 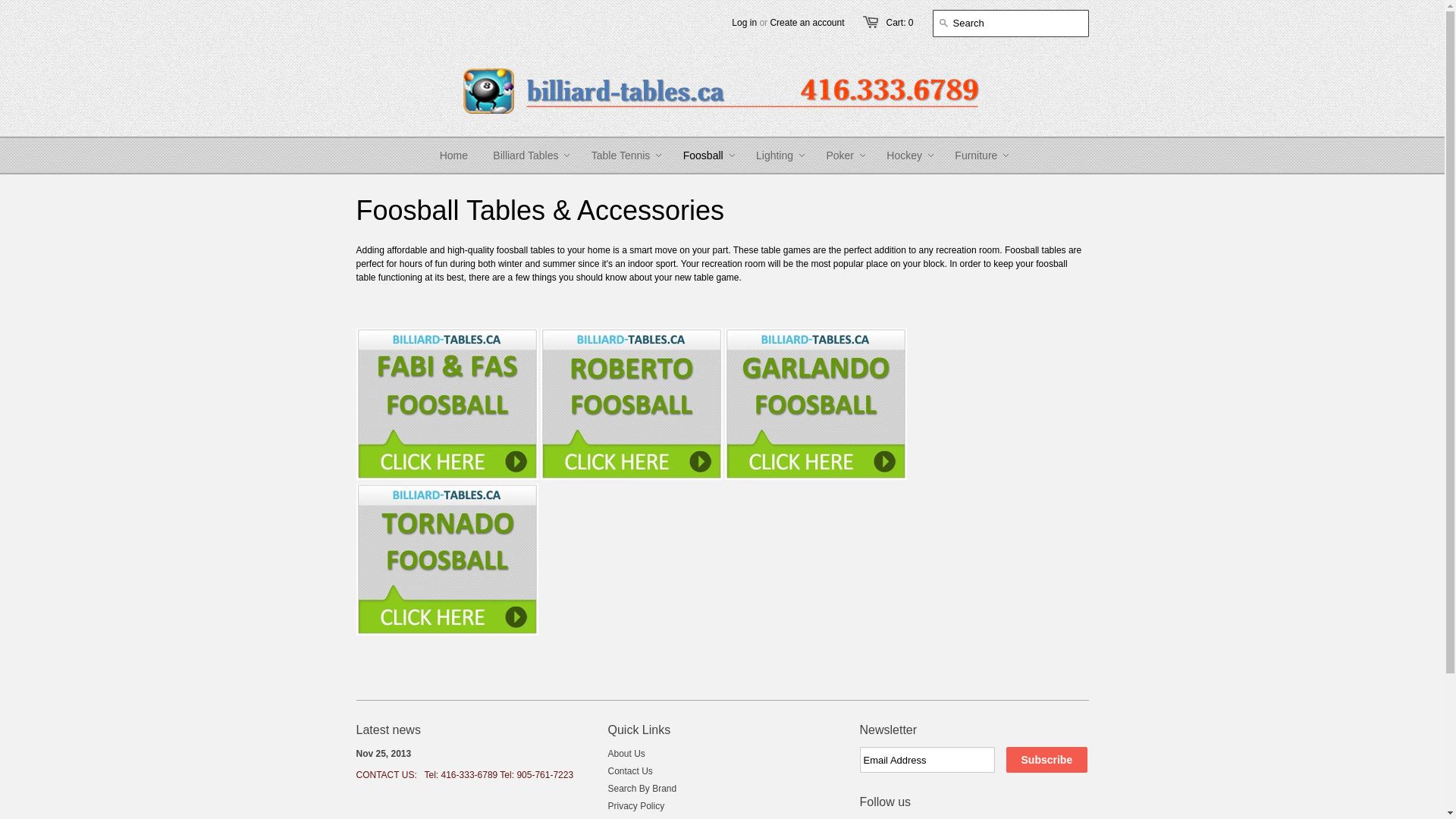 What do you see at coordinates (642, 788) in the screenshot?
I see `'Search By Brand'` at bounding box center [642, 788].